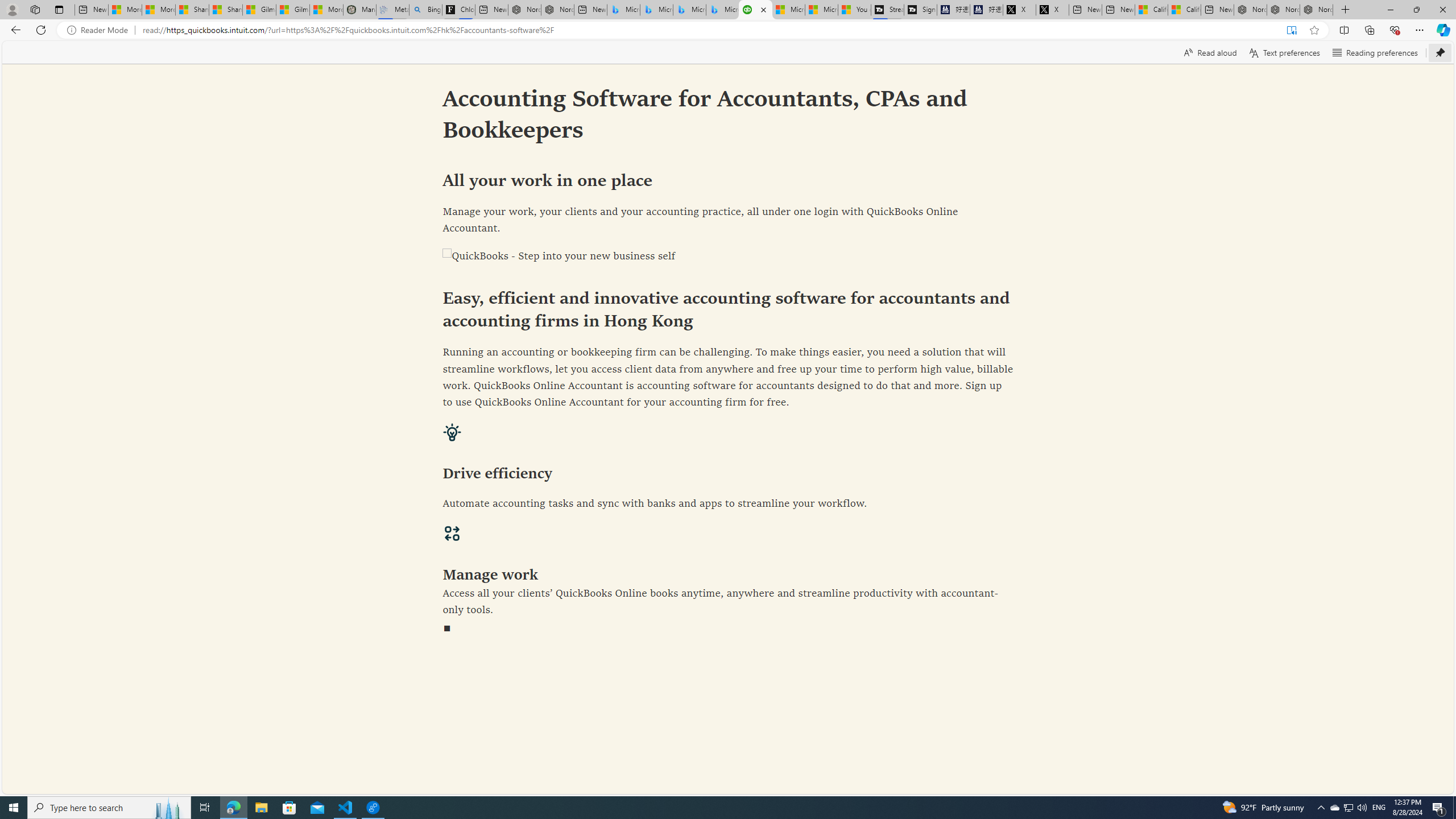 This screenshot has height=819, width=1456. What do you see at coordinates (1210, 52) in the screenshot?
I see `'Read aloud'` at bounding box center [1210, 52].